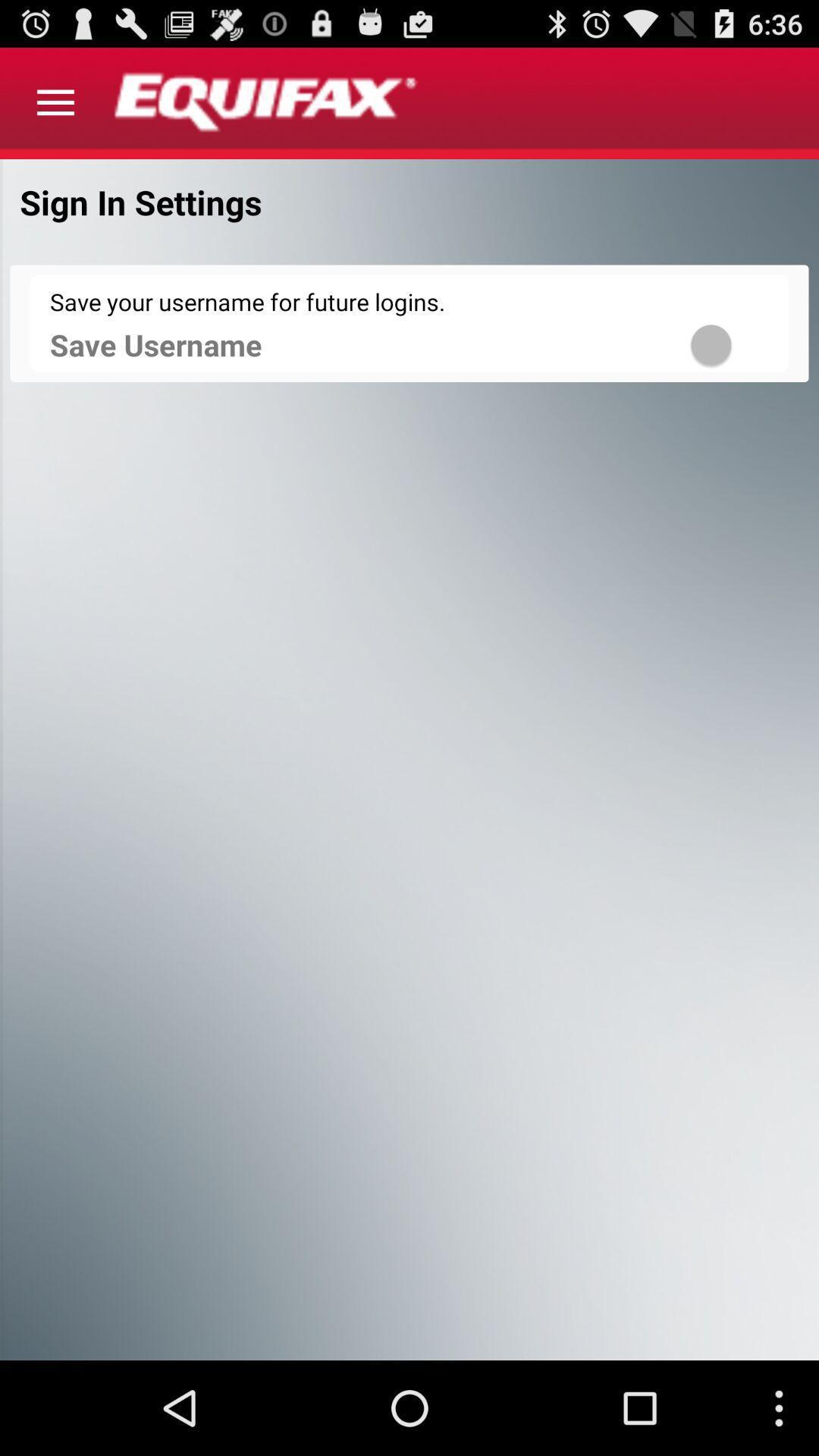  What do you see at coordinates (730, 344) in the screenshot?
I see `save username for login` at bounding box center [730, 344].